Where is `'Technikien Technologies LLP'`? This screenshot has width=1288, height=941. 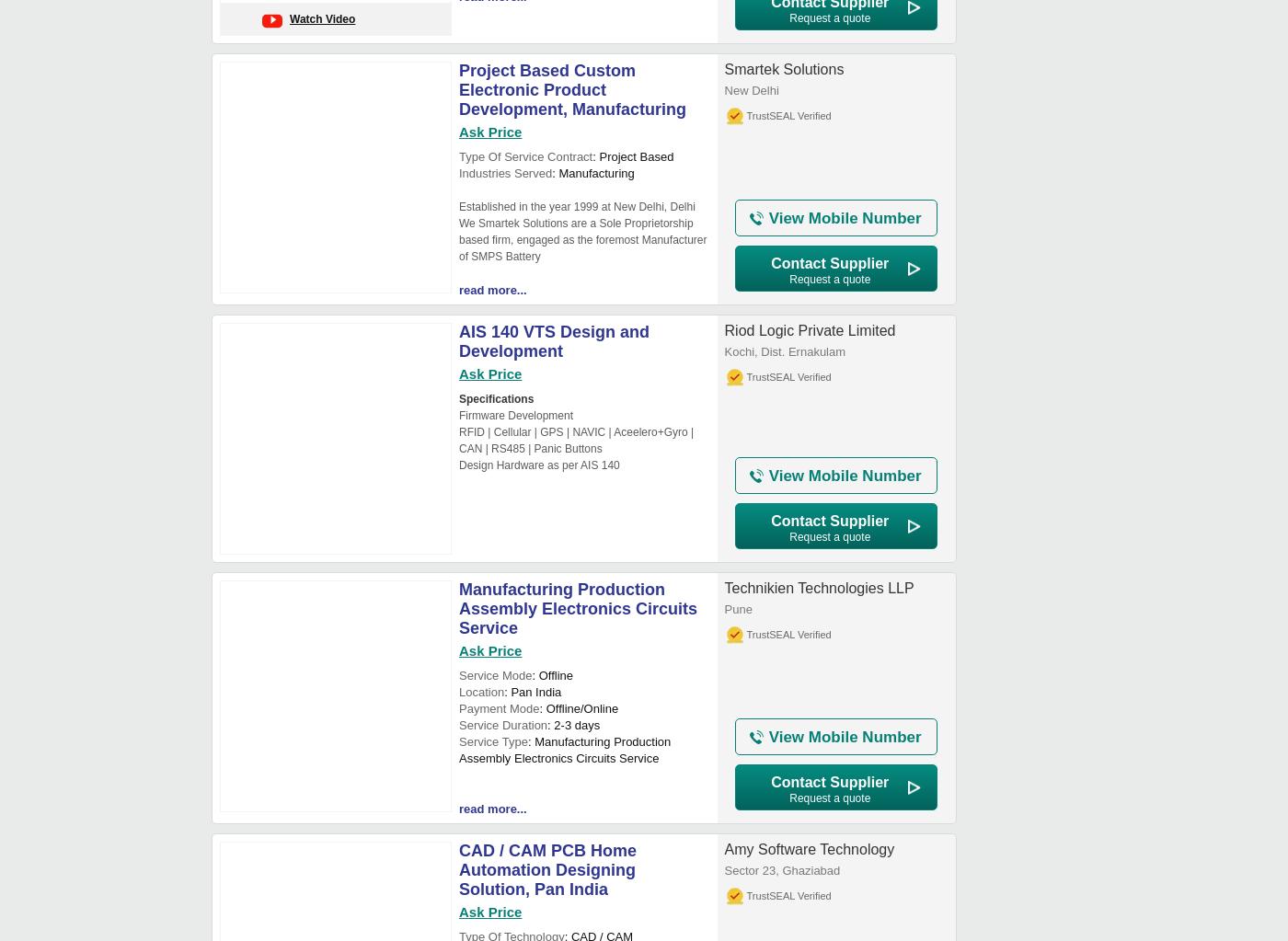
'Technikien Technologies LLP' is located at coordinates (818, 588).